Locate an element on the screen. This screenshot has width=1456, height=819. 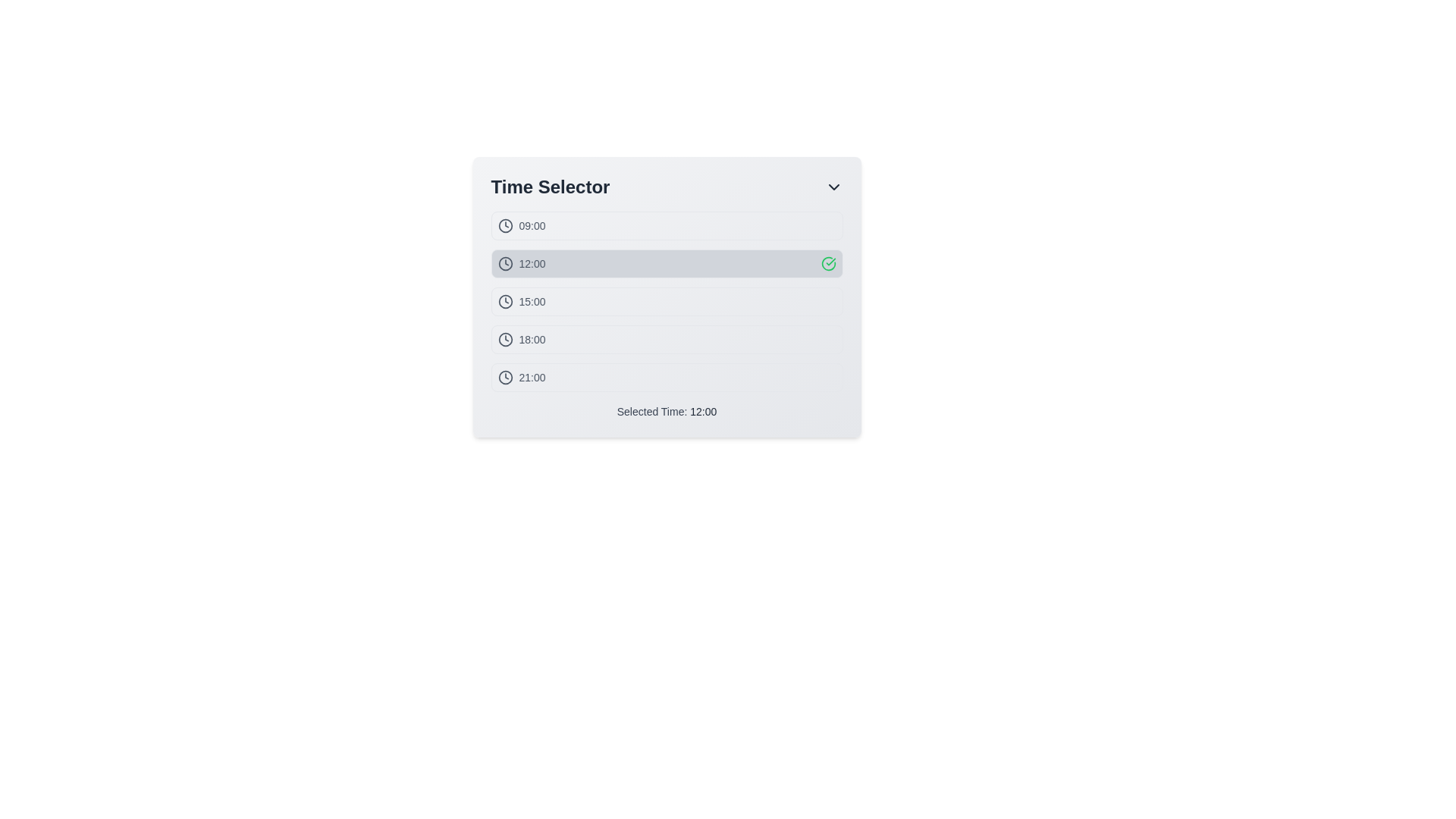
the clock icon represented by the SVG Circle in the second row of the 'Time Selector' interface is located at coordinates (505, 262).